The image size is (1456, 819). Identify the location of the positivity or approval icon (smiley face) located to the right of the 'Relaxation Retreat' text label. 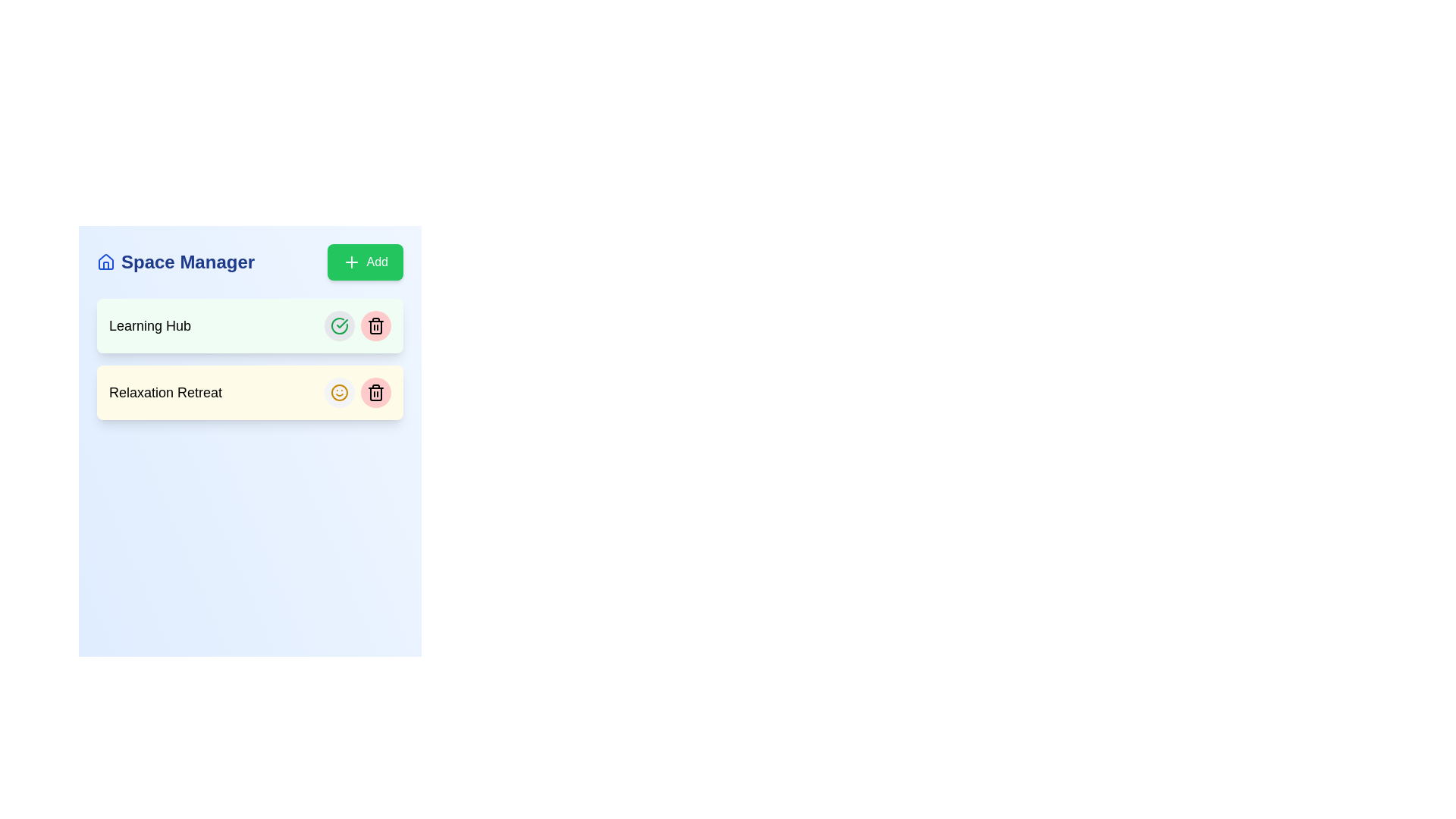
(338, 391).